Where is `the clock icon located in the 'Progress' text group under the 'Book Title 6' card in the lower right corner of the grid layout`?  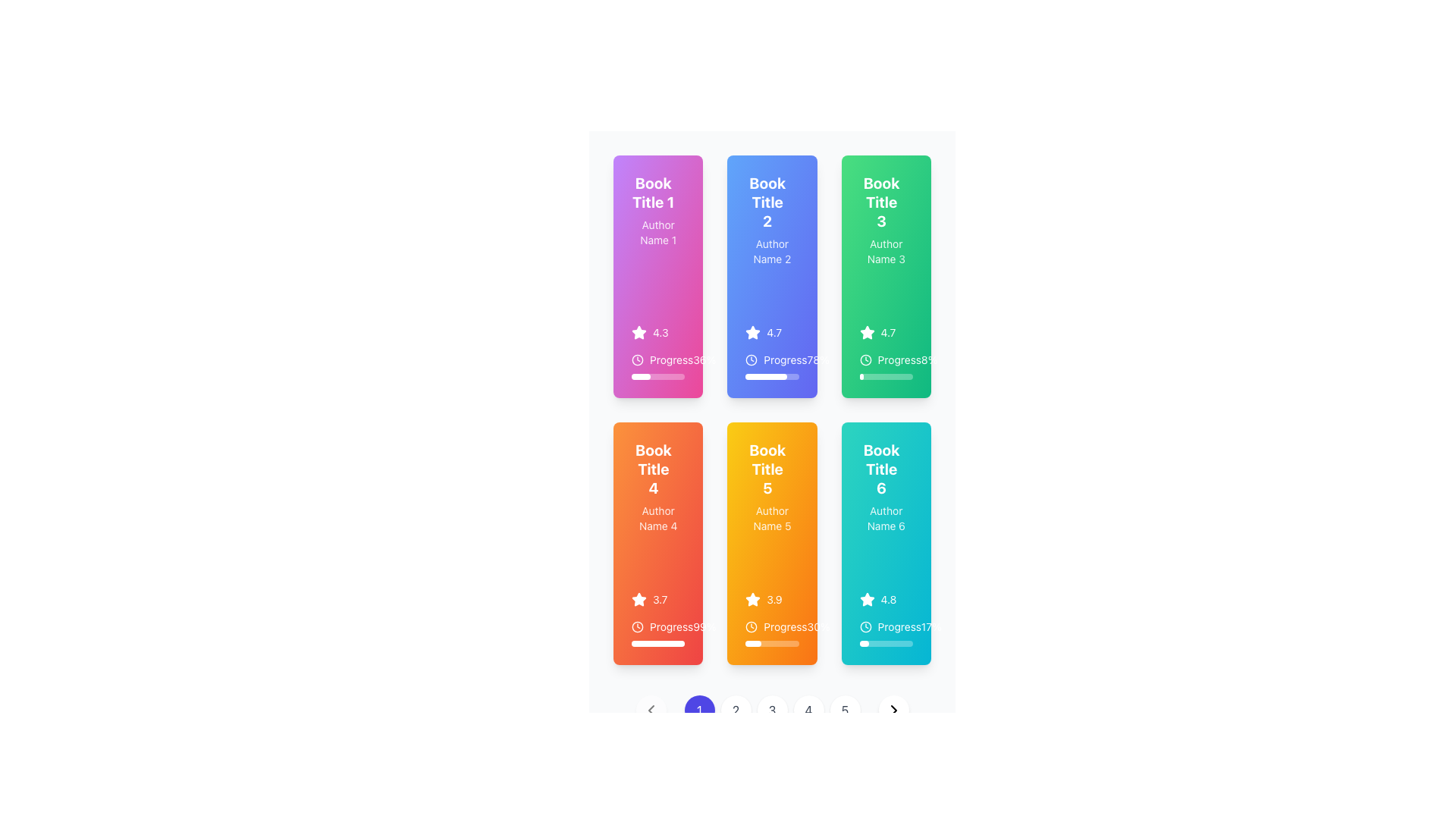 the clock icon located in the 'Progress' text group under the 'Book Title 6' card in the lower right corner of the grid layout is located at coordinates (865, 626).